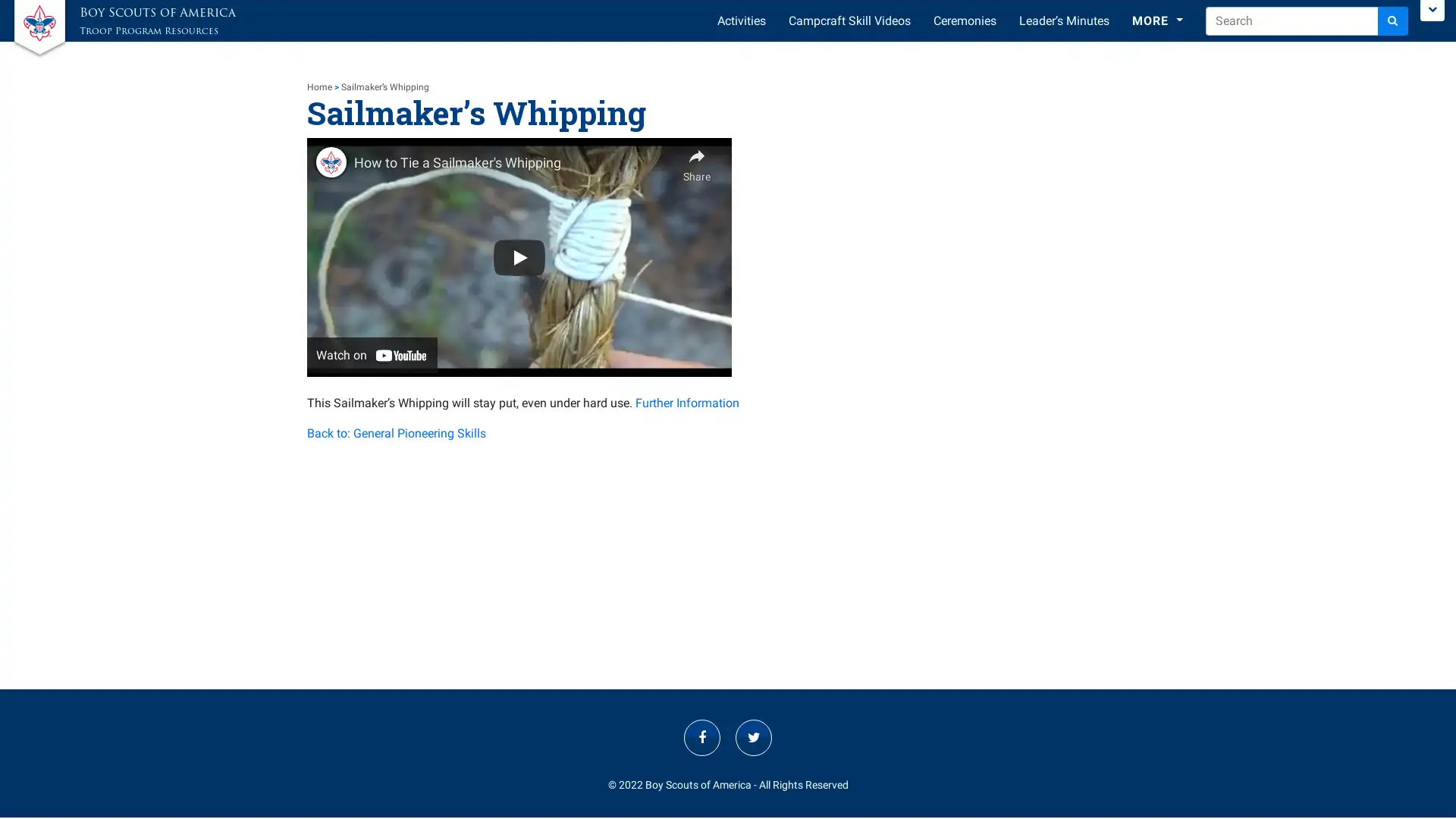 This screenshot has height=819, width=1456. Describe the element at coordinates (1393, 20) in the screenshot. I see `Search` at that location.